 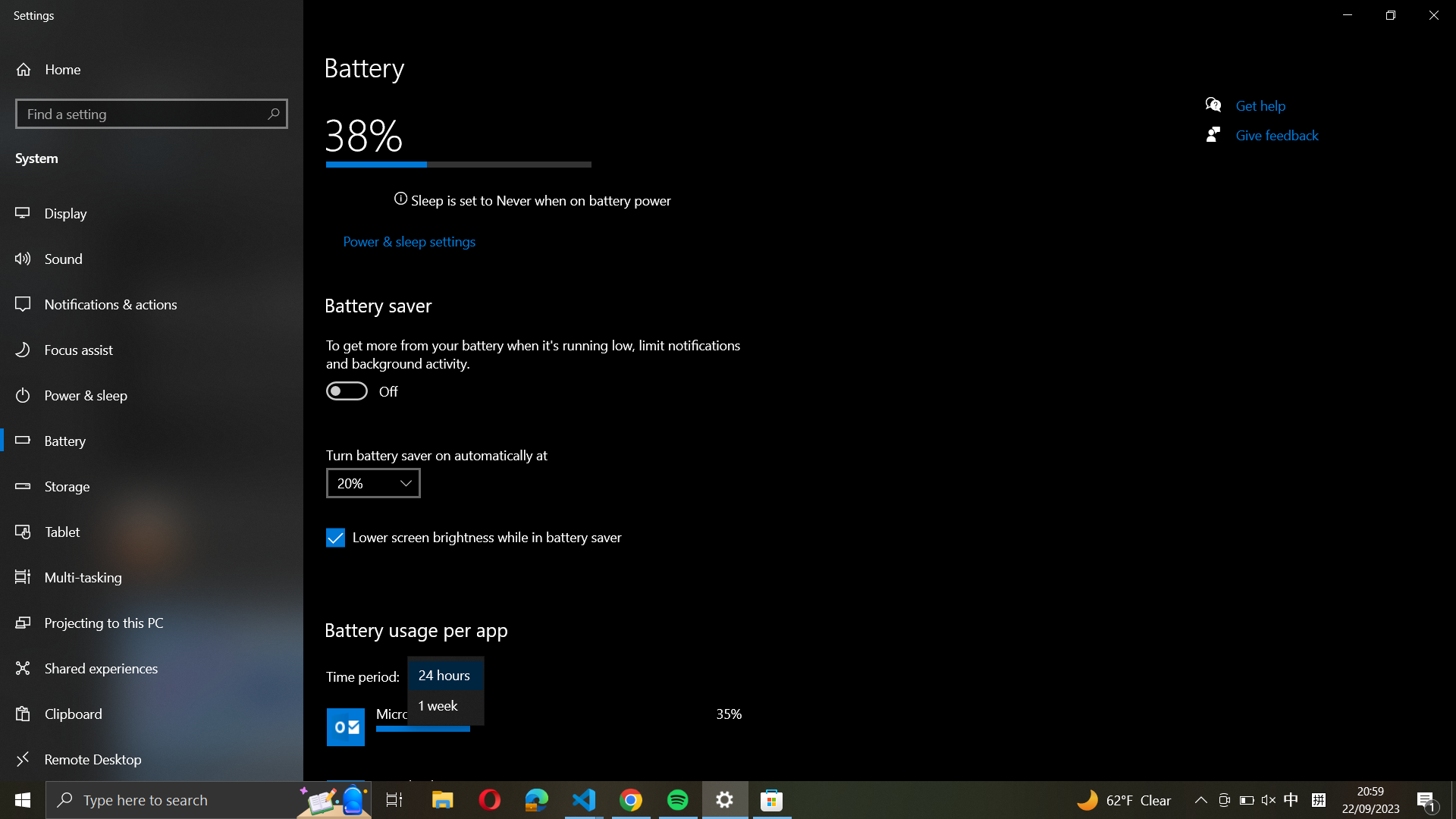 What do you see at coordinates (152, 625) in the screenshot?
I see `"Project to this PC" settings via side panel` at bounding box center [152, 625].